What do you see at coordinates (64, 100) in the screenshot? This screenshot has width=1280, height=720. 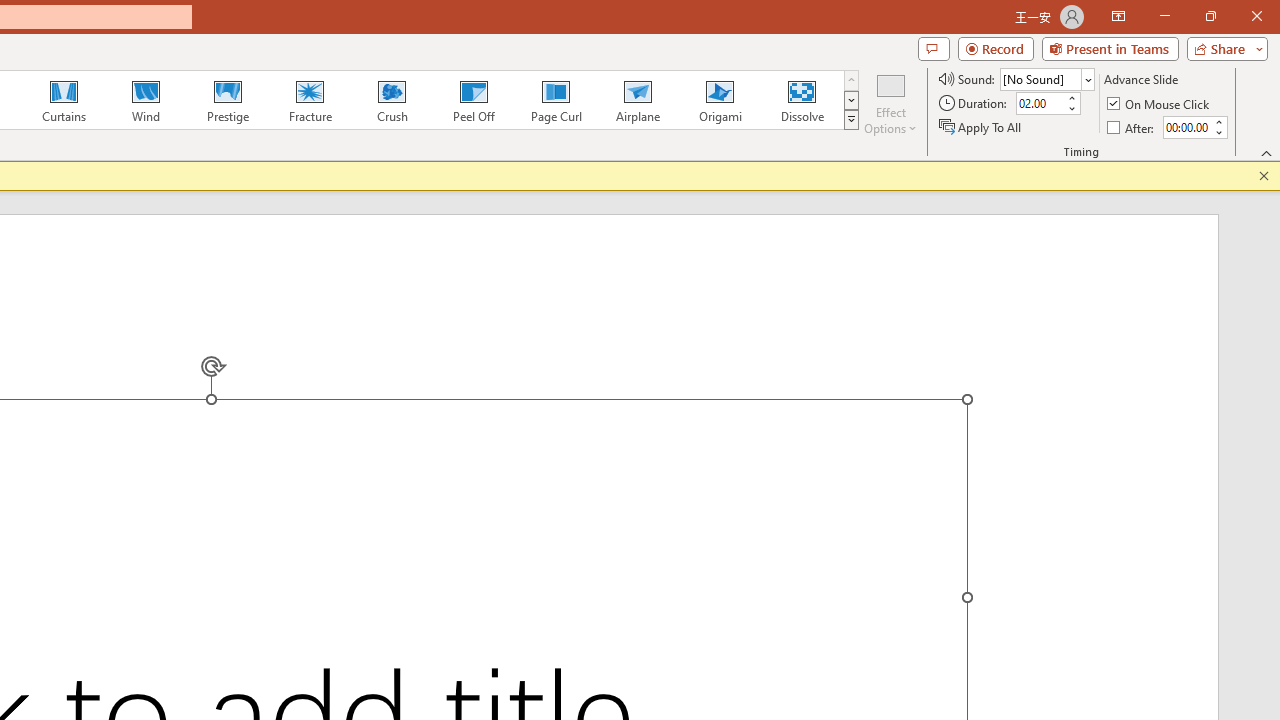 I see `'Curtains'` at bounding box center [64, 100].